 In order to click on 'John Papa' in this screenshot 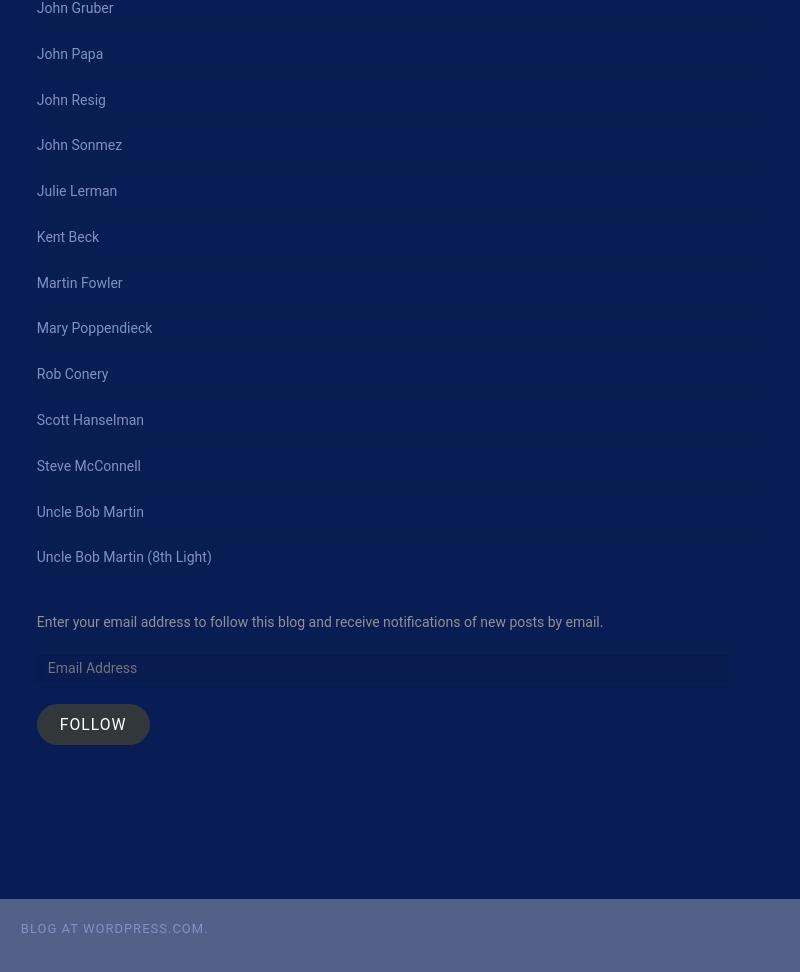, I will do `click(69, 52)`.